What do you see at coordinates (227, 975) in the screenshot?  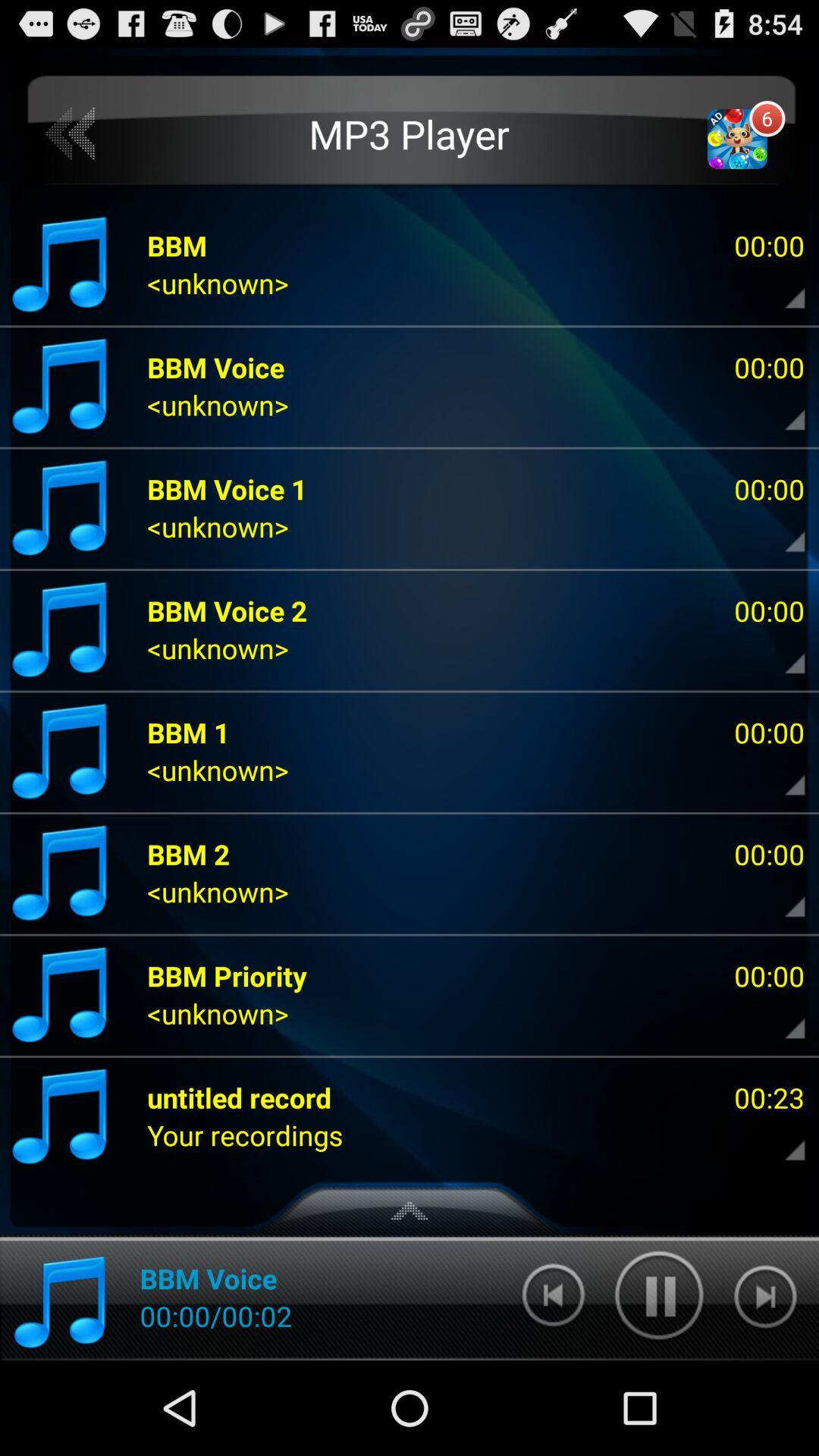 I see `app below <unknown>` at bounding box center [227, 975].